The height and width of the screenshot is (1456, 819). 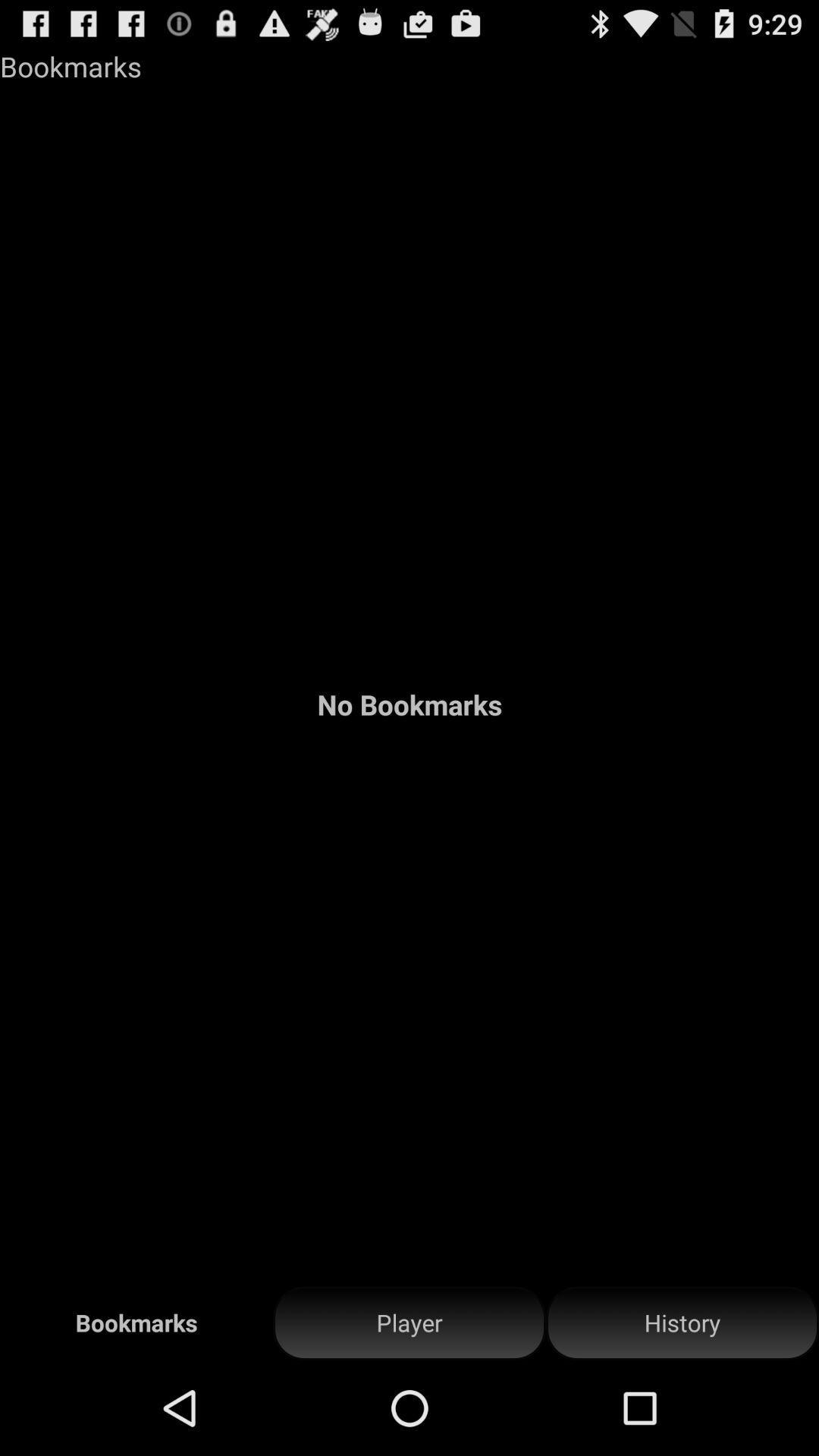 What do you see at coordinates (409, 1323) in the screenshot?
I see `the icon to the right of bookmarks item` at bounding box center [409, 1323].